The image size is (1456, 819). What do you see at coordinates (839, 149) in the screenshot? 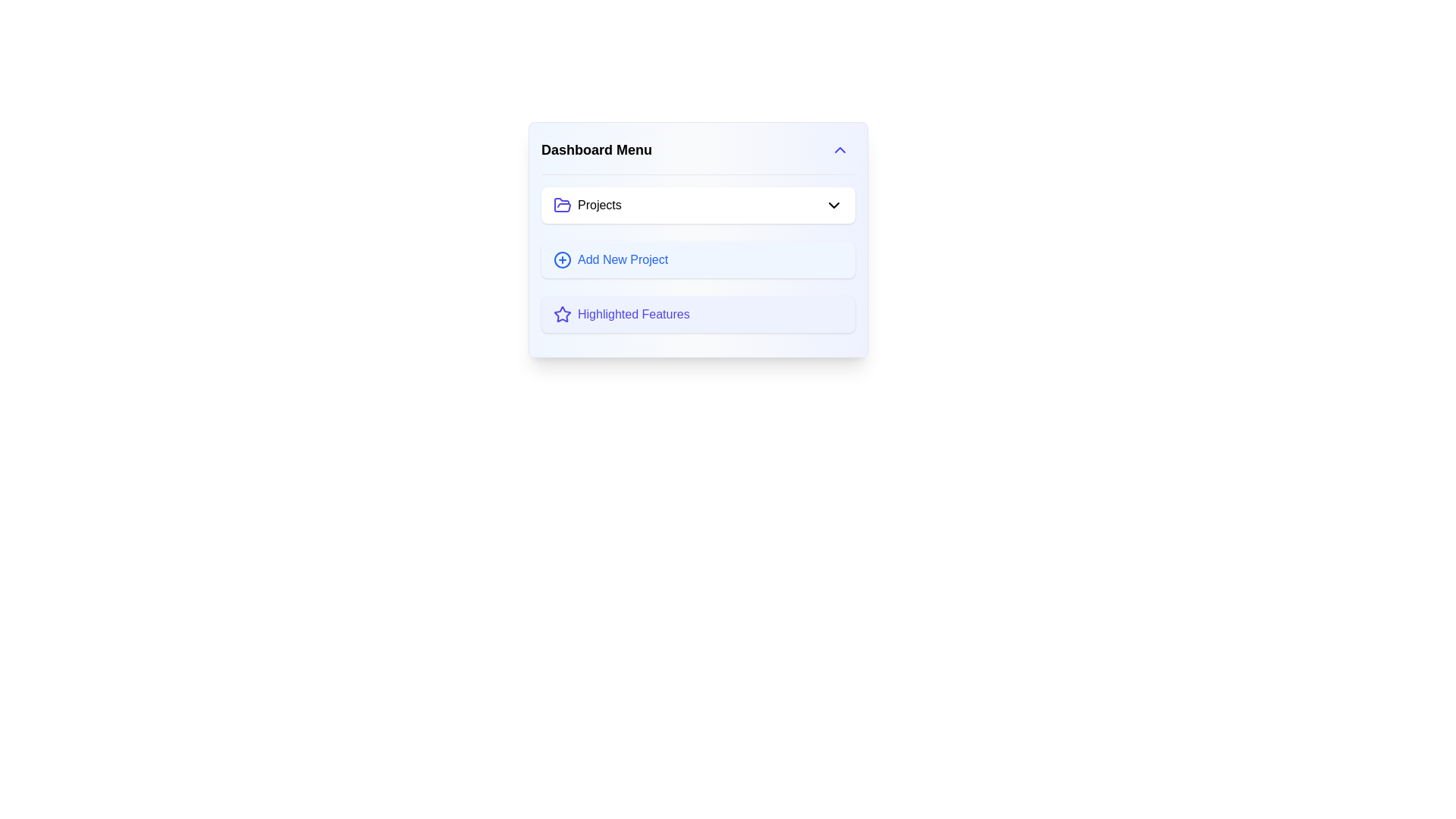
I see `the button with a chevron up icon located in the top-right corner of the 'Dashboard Menu'` at bounding box center [839, 149].